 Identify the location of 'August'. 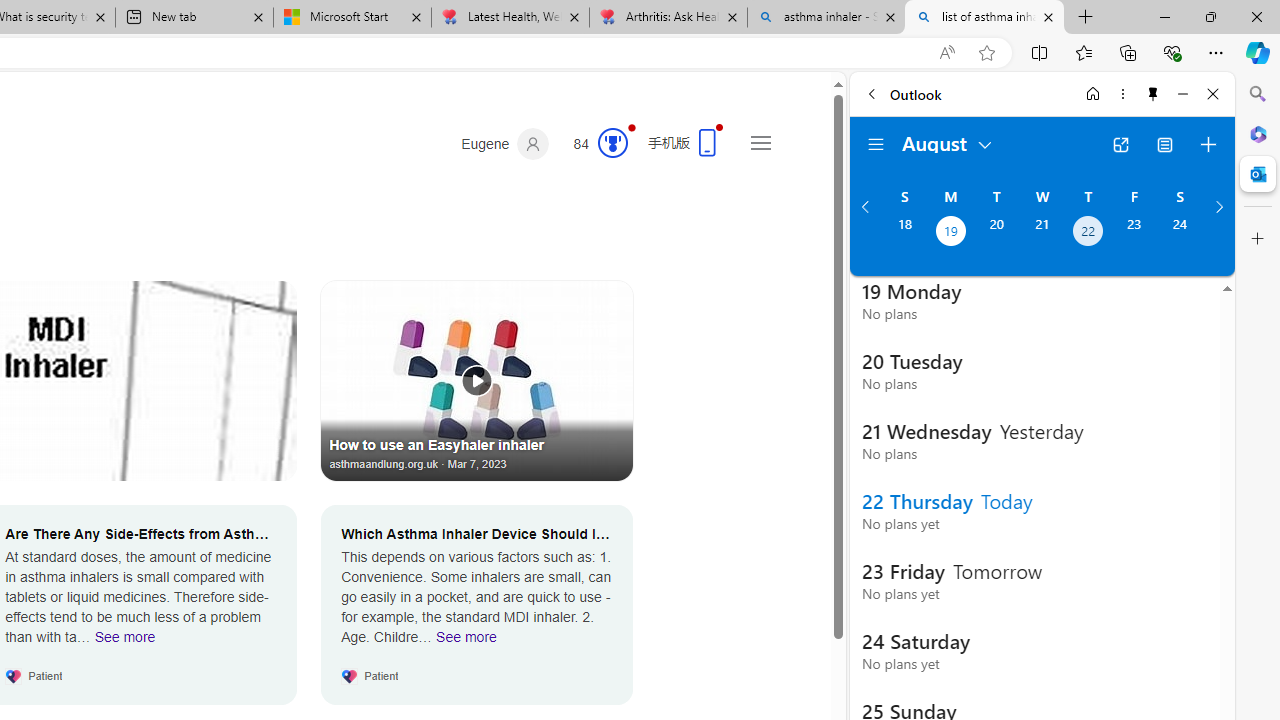
(947, 141).